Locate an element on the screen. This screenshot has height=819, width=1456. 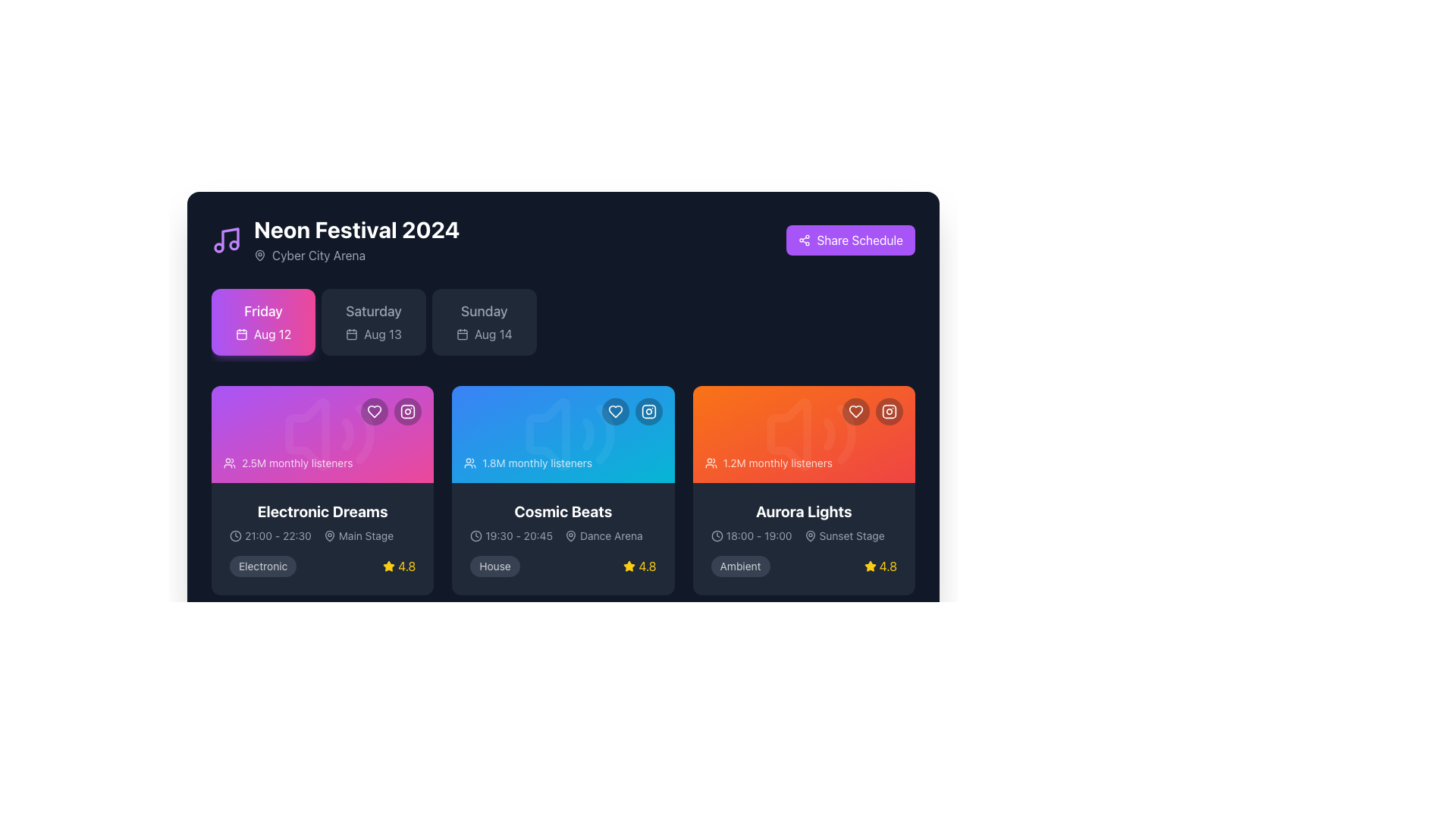
the static text displaying the scheduled time for an event or activity, located beneath the heading 'Electronic Dreams' and near a clock icon is located at coordinates (278, 535).